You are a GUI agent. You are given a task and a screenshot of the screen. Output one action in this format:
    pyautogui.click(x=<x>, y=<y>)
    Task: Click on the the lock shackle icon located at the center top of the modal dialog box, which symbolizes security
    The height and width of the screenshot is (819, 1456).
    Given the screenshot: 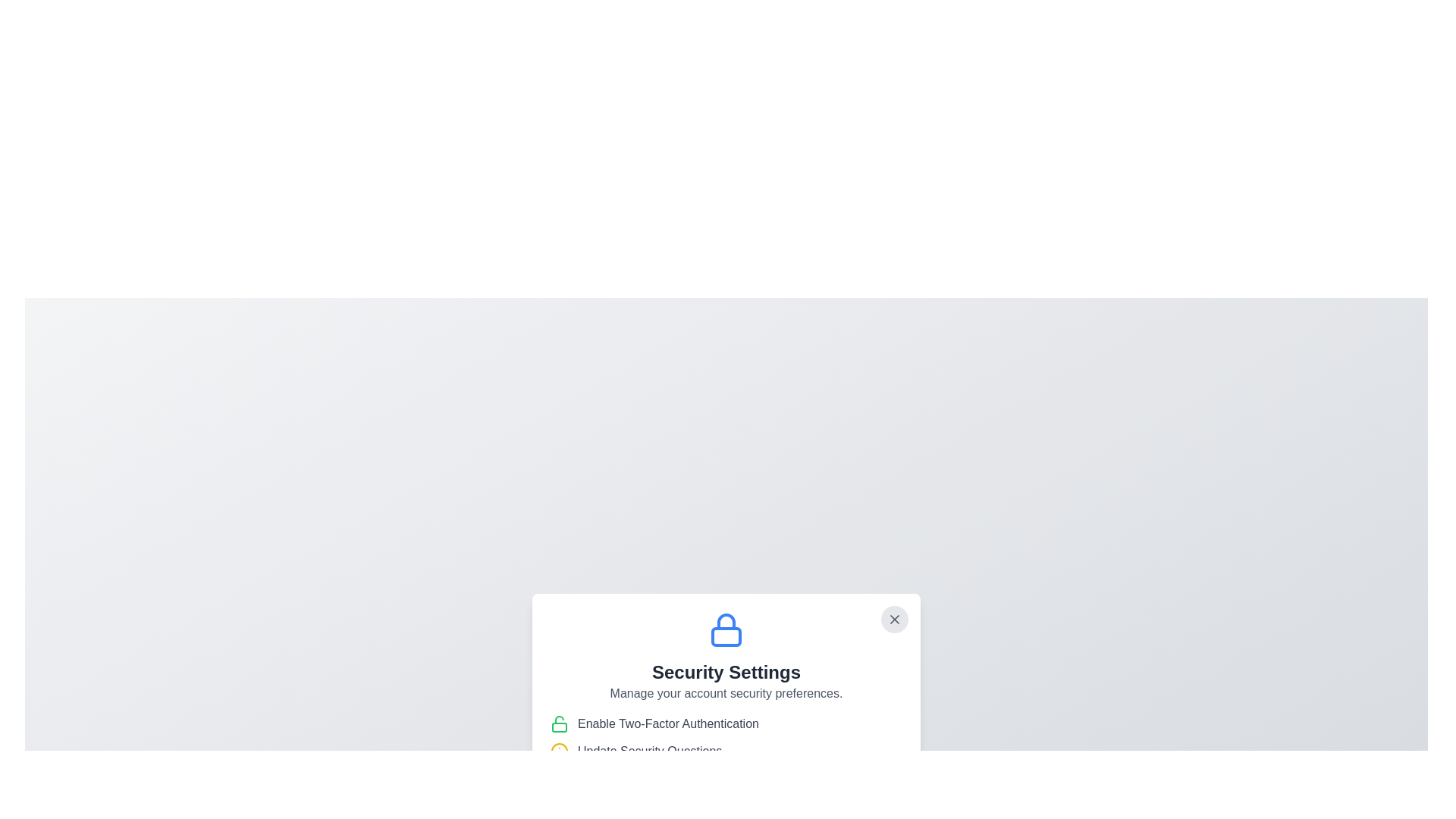 What is the action you would take?
    pyautogui.click(x=726, y=622)
    